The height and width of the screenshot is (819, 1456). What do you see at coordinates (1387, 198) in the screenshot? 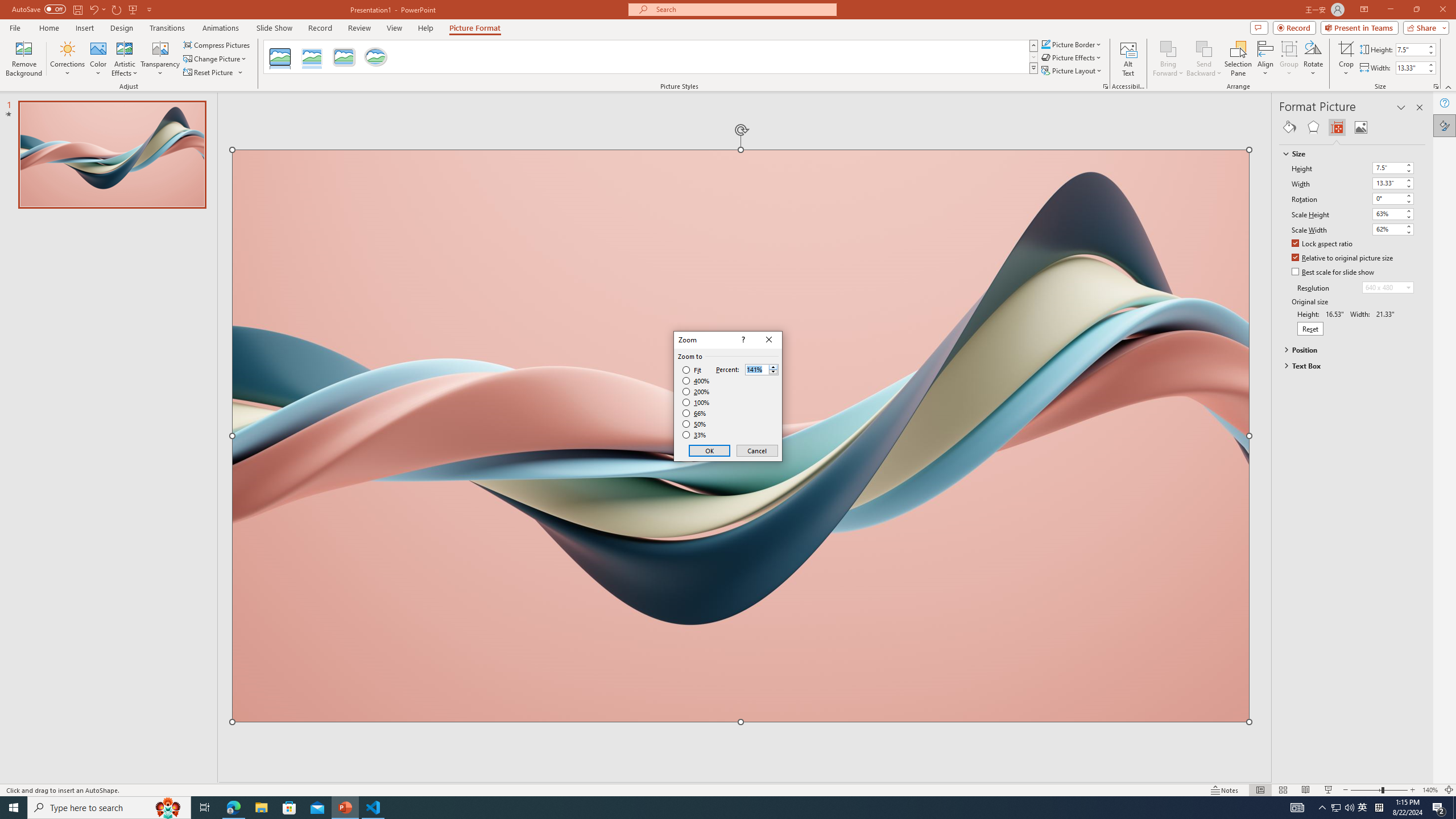
I see `'Rotation'` at bounding box center [1387, 198].